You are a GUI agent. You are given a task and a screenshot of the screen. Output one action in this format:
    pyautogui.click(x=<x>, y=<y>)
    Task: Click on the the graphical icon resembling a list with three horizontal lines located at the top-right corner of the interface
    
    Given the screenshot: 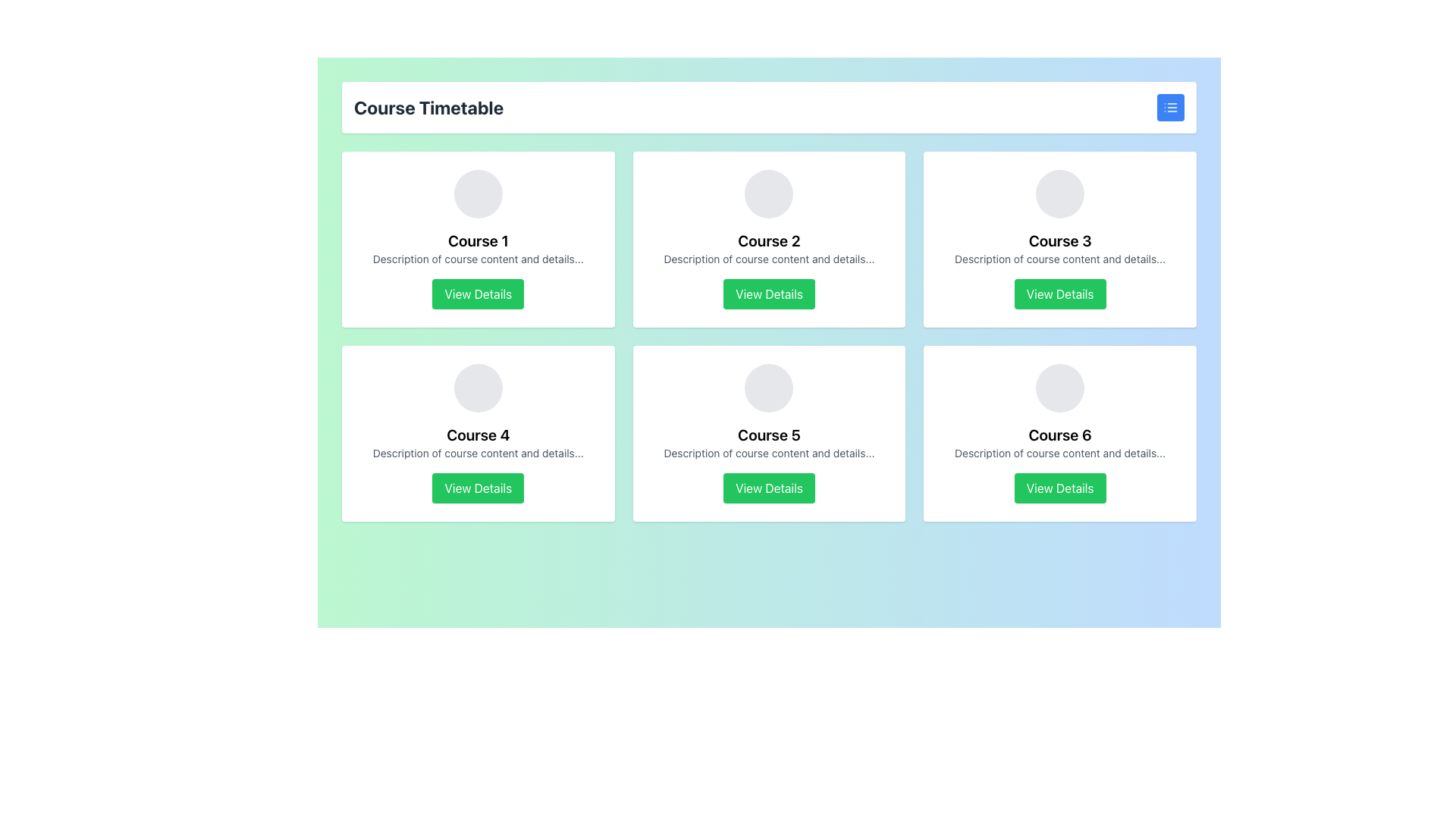 What is the action you would take?
    pyautogui.click(x=1170, y=107)
    